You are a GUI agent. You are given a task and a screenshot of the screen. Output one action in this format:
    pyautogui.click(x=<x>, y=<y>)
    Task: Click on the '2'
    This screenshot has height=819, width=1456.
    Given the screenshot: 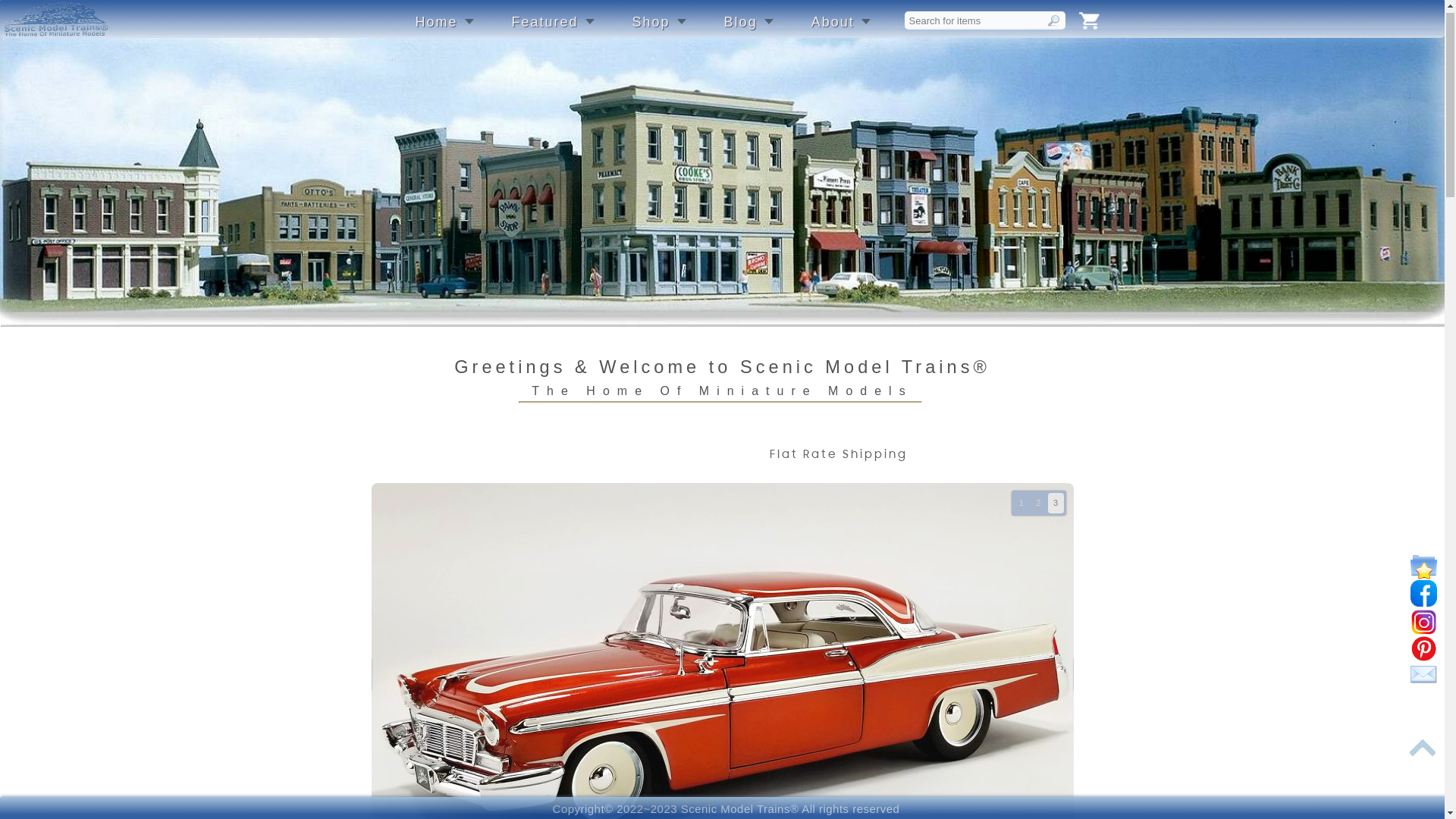 What is the action you would take?
    pyautogui.click(x=1037, y=510)
    